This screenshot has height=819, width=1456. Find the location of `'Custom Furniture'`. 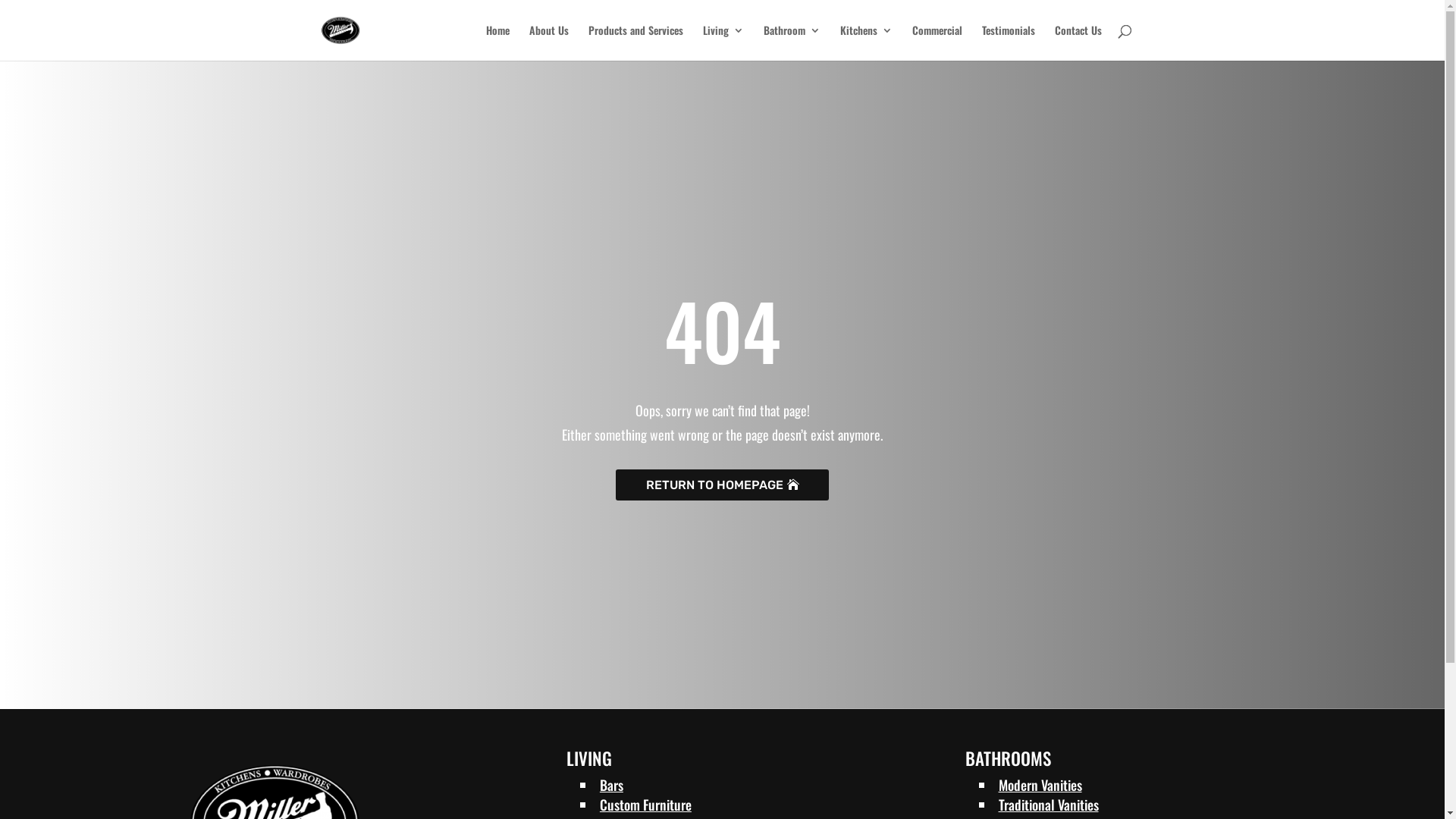

'Custom Furniture' is located at coordinates (645, 803).